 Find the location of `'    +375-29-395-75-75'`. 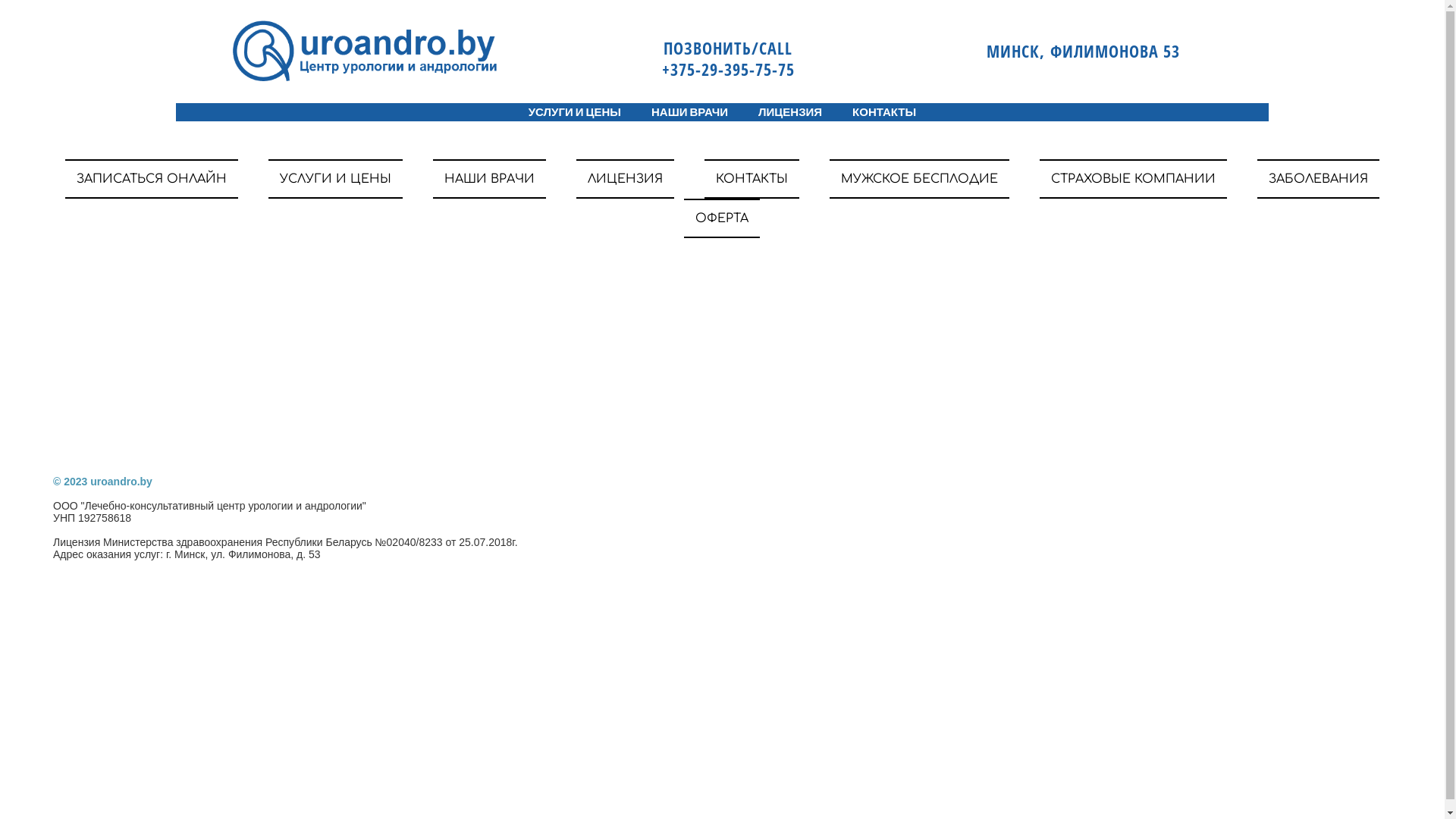

'    +375-29-395-75-75' is located at coordinates (717, 69).